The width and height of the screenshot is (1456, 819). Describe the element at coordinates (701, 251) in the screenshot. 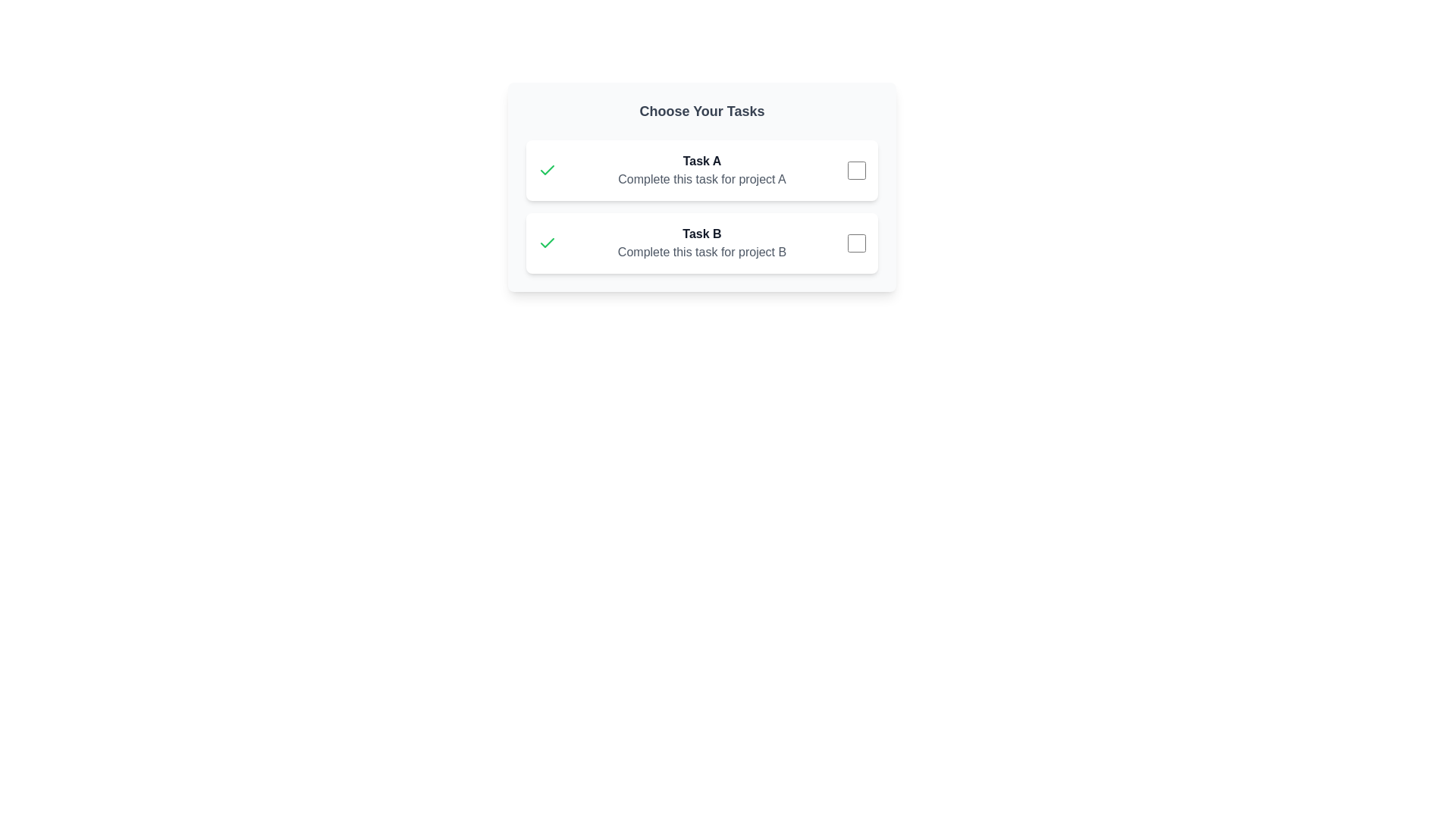

I see `the label with gray font reading 'Complete this task for project B', located beneath 'Task B'` at that location.